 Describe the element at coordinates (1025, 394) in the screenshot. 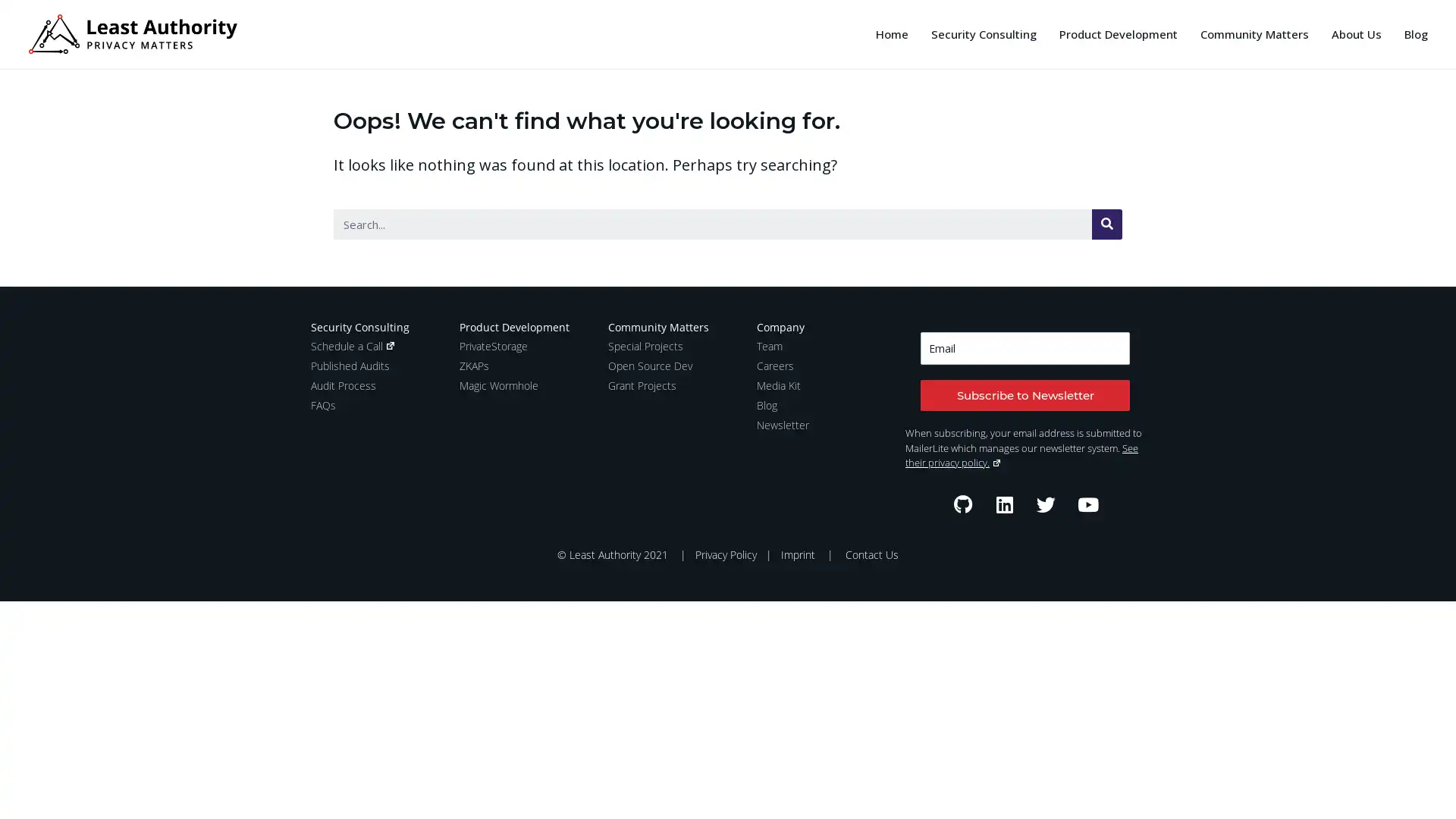

I see `Subscribe to Newsletter` at that location.